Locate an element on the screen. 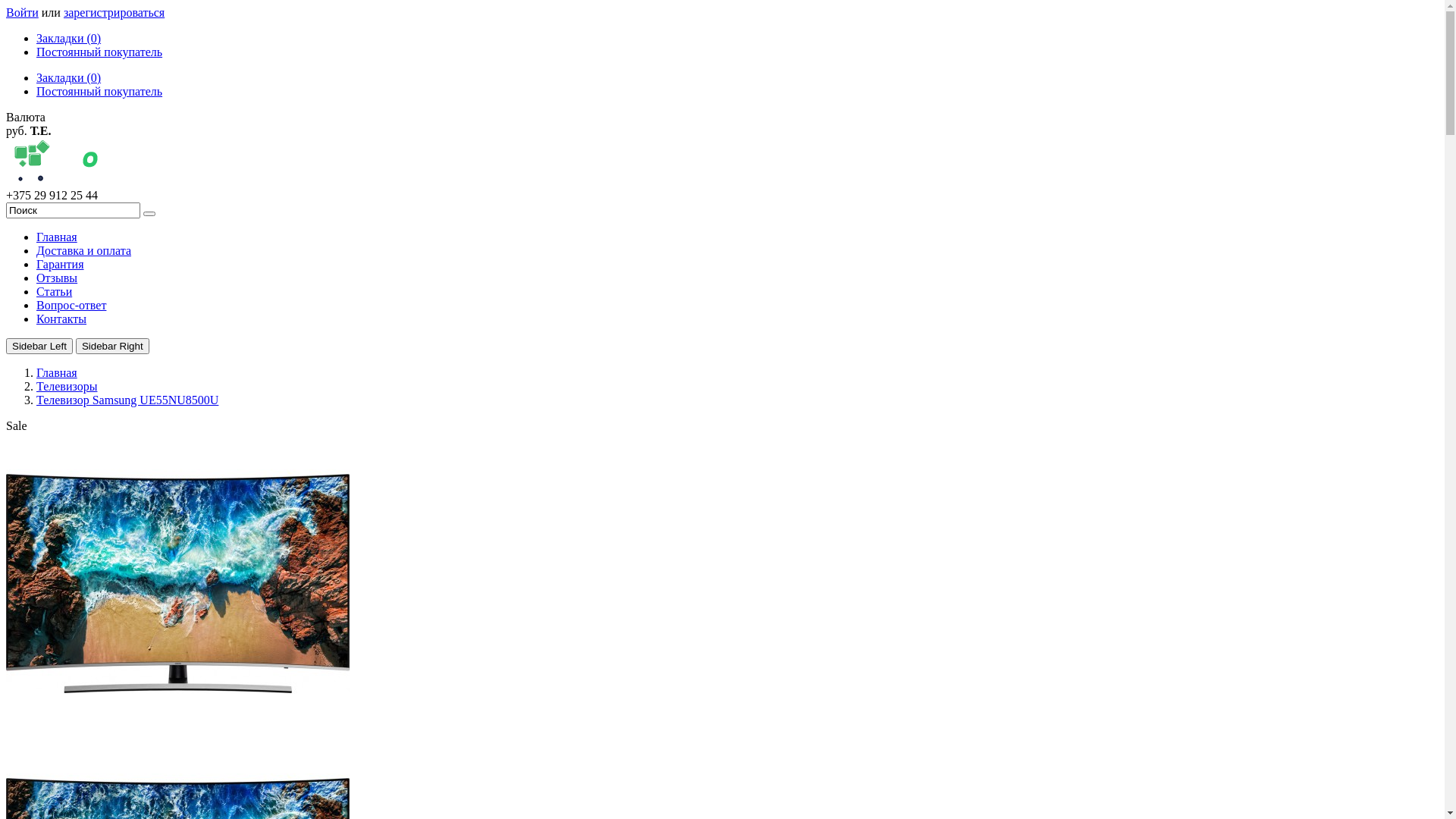 This screenshot has width=1456, height=819. 'sotamir.by' is located at coordinates (108, 162).